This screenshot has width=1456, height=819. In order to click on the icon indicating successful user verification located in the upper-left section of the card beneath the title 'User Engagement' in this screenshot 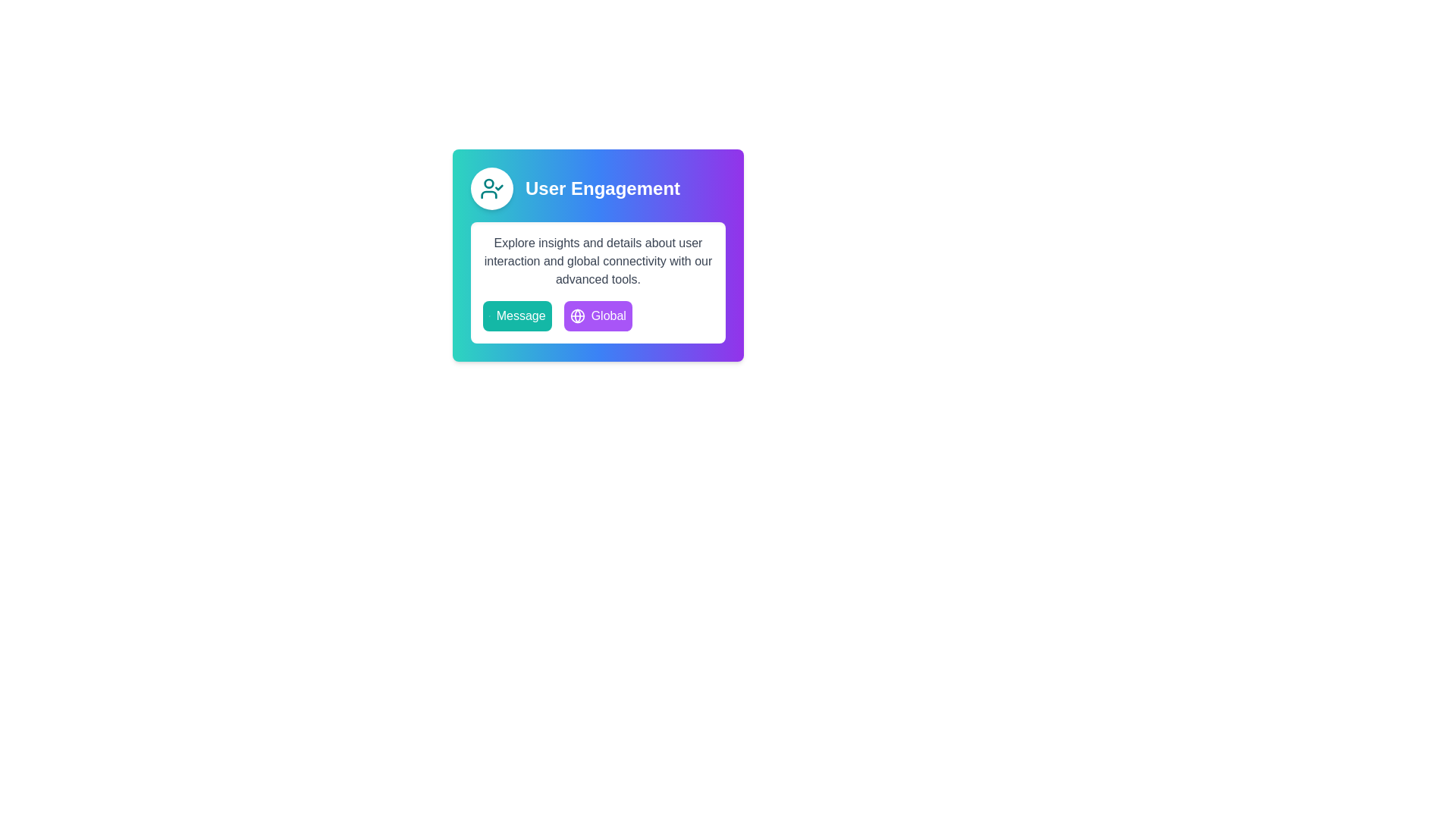, I will do `click(491, 188)`.